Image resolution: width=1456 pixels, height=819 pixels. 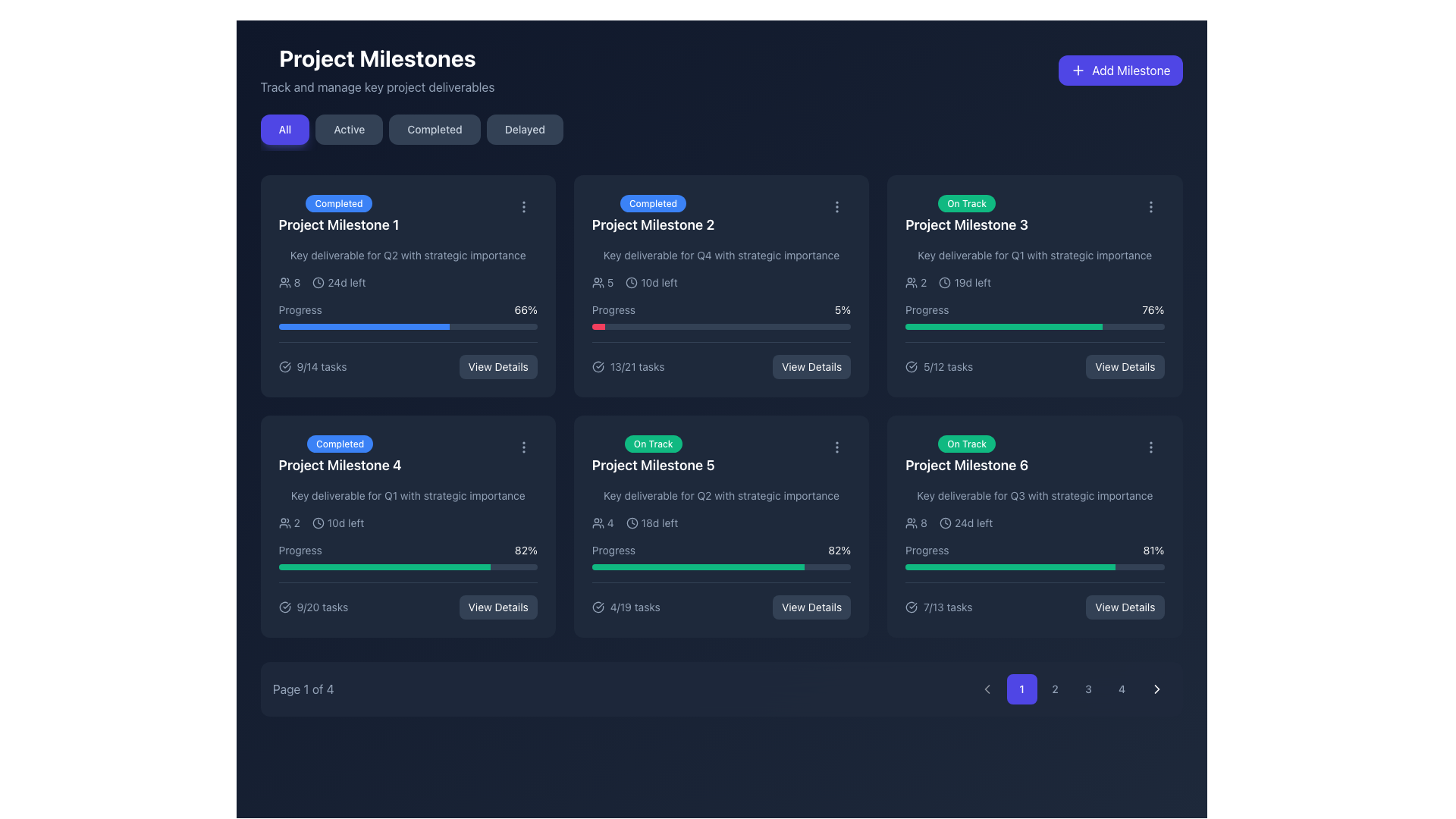 What do you see at coordinates (836, 447) in the screenshot?
I see `the icon located at the top right corner of the 'Project Milestone 5' card` at bounding box center [836, 447].